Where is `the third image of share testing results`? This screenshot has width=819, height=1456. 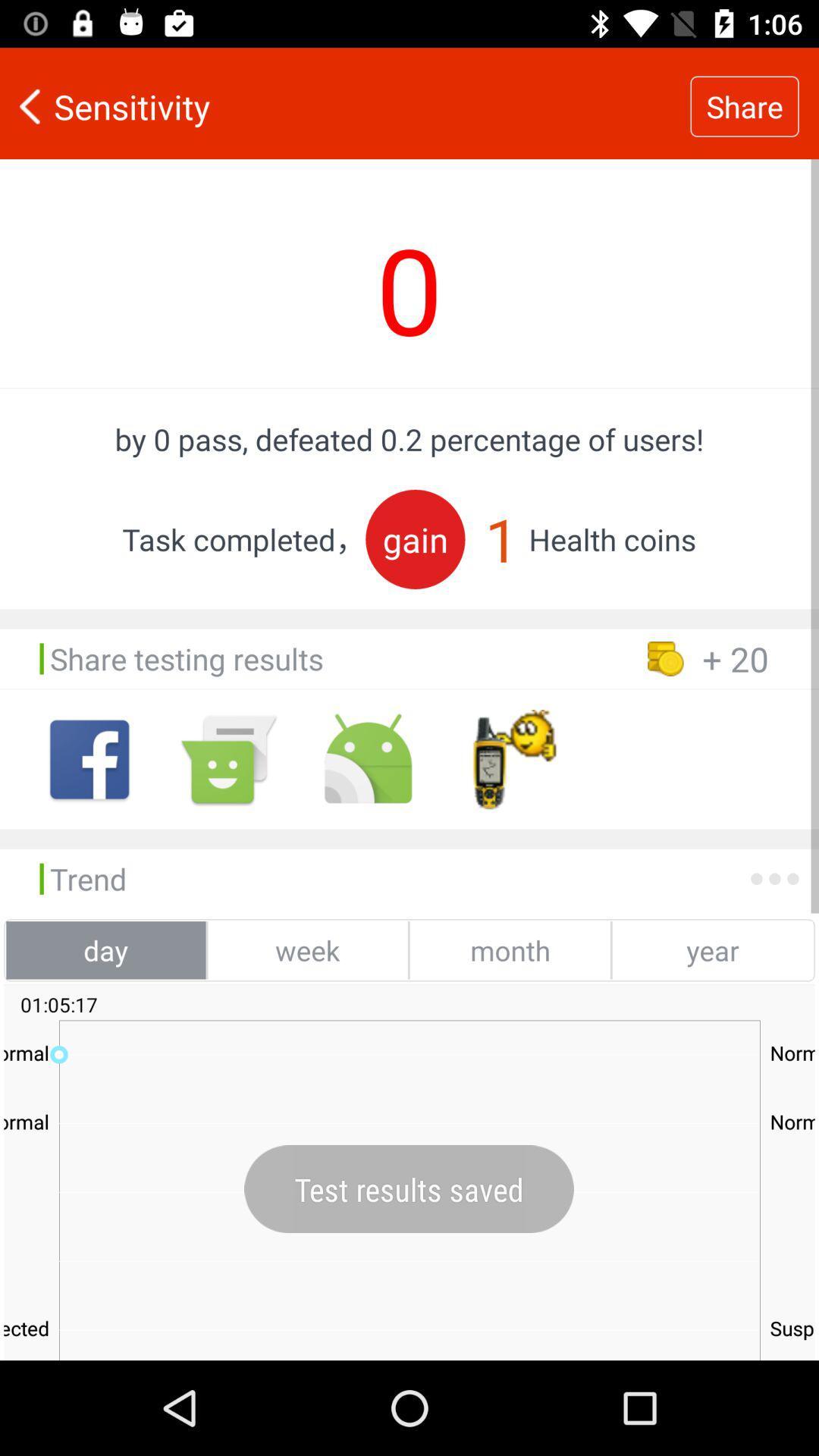 the third image of share testing results is located at coordinates (368, 759).